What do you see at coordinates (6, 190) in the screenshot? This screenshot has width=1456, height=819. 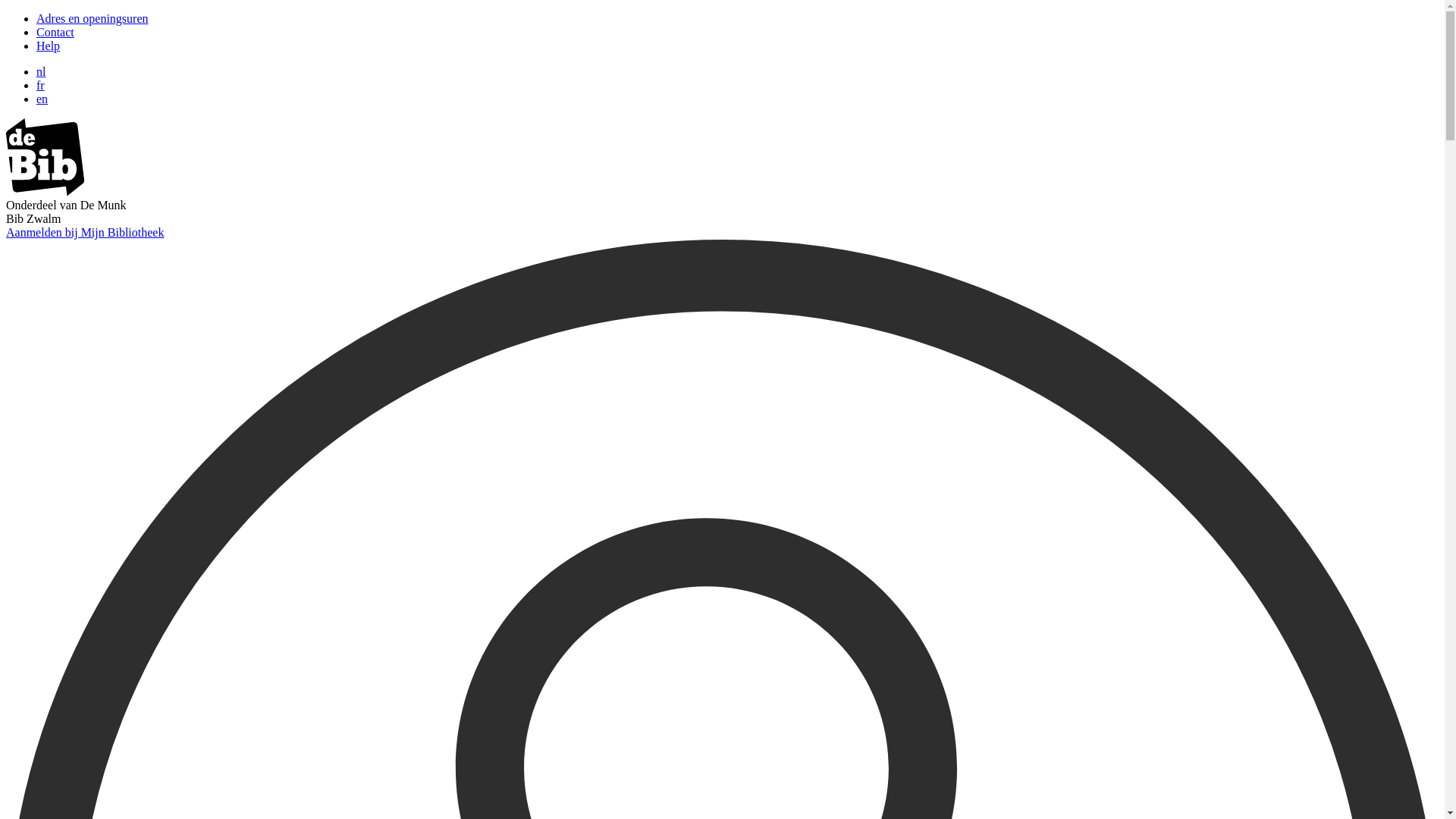 I see `'image/svg+xml'` at bounding box center [6, 190].